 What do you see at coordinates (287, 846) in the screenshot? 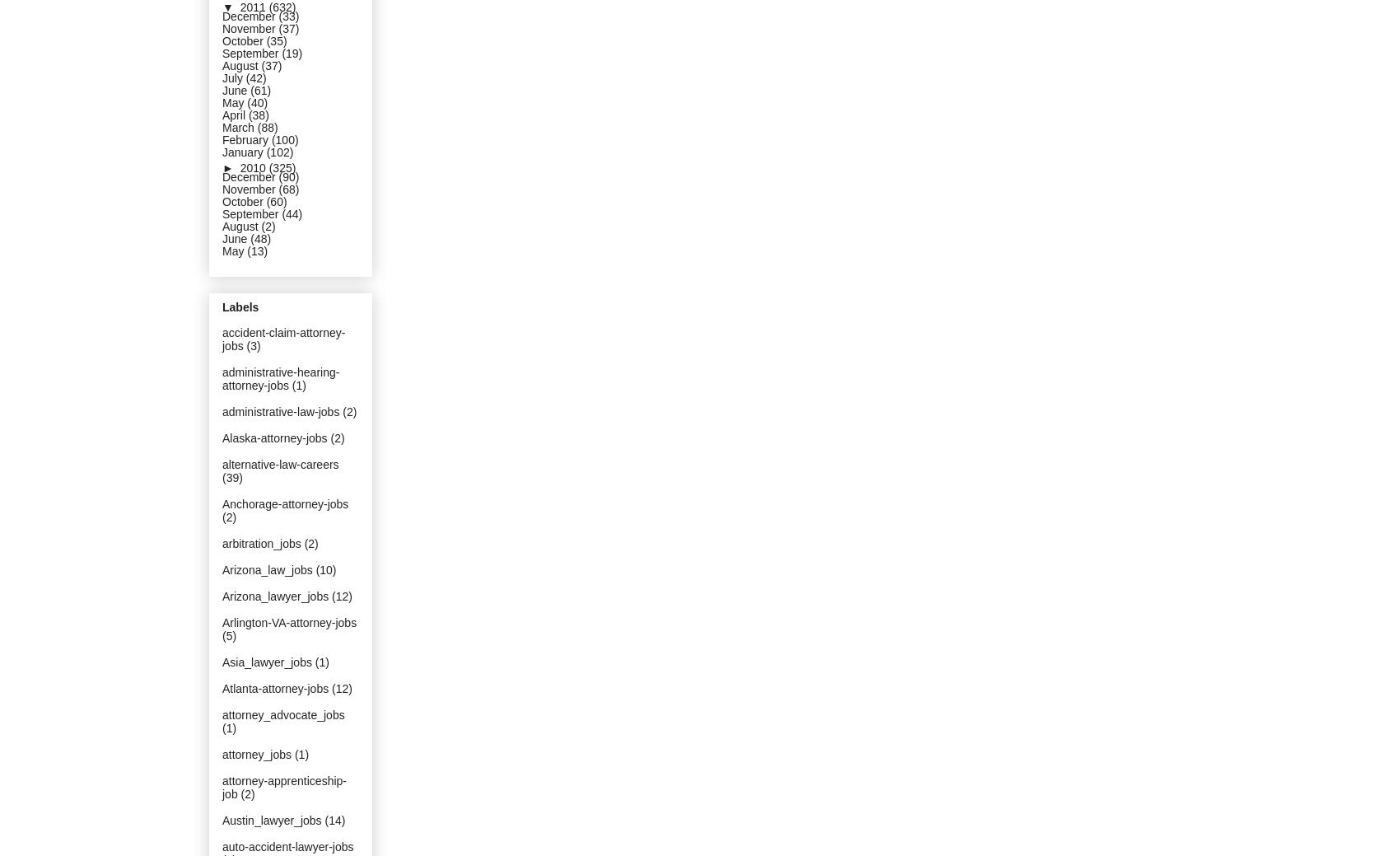
I see `'auto-accident-lawyer-jobs'` at bounding box center [287, 846].